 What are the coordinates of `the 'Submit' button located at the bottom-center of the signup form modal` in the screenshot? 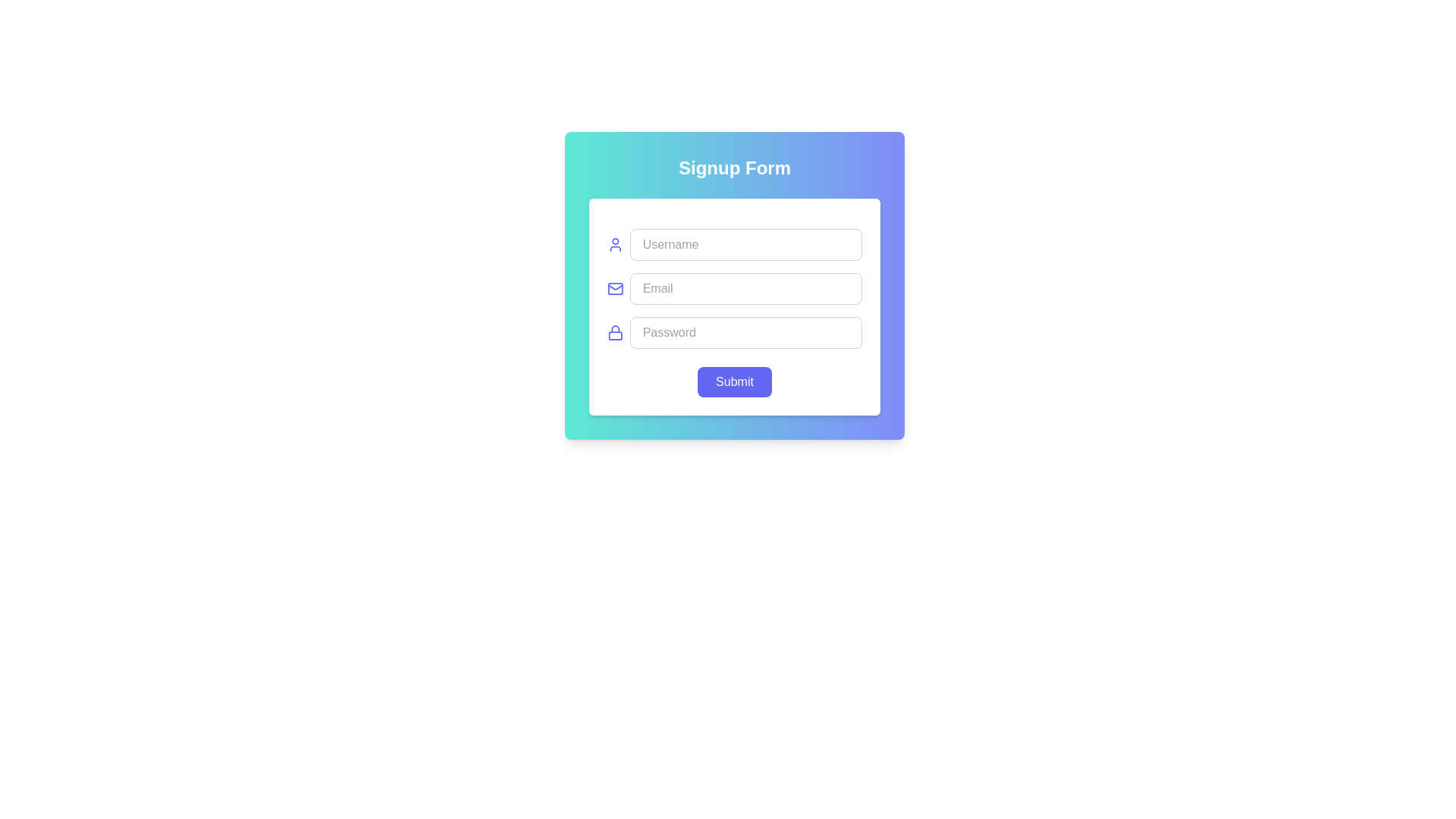 It's located at (735, 381).